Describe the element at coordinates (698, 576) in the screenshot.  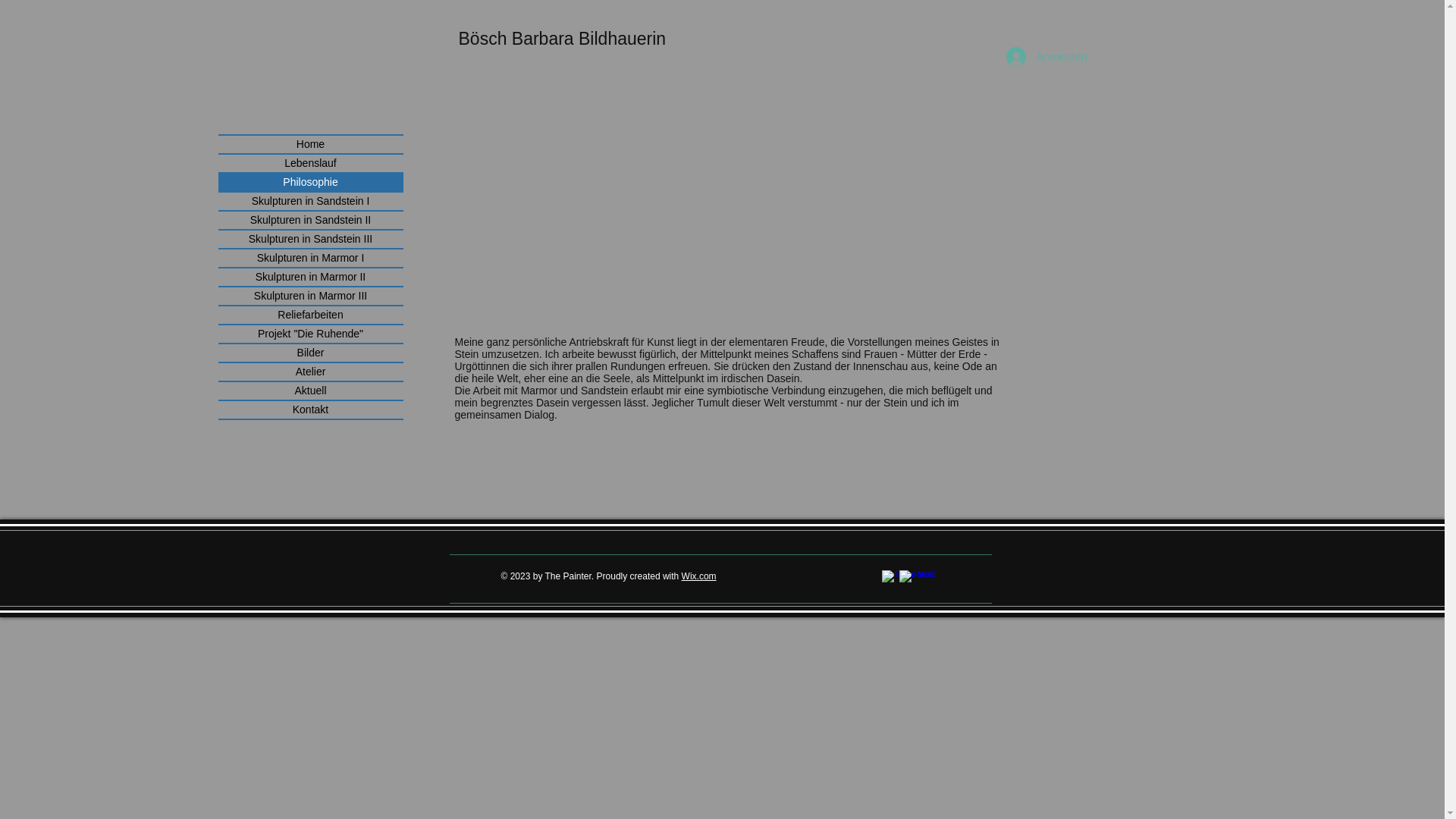
I see `'Wix.com'` at that location.